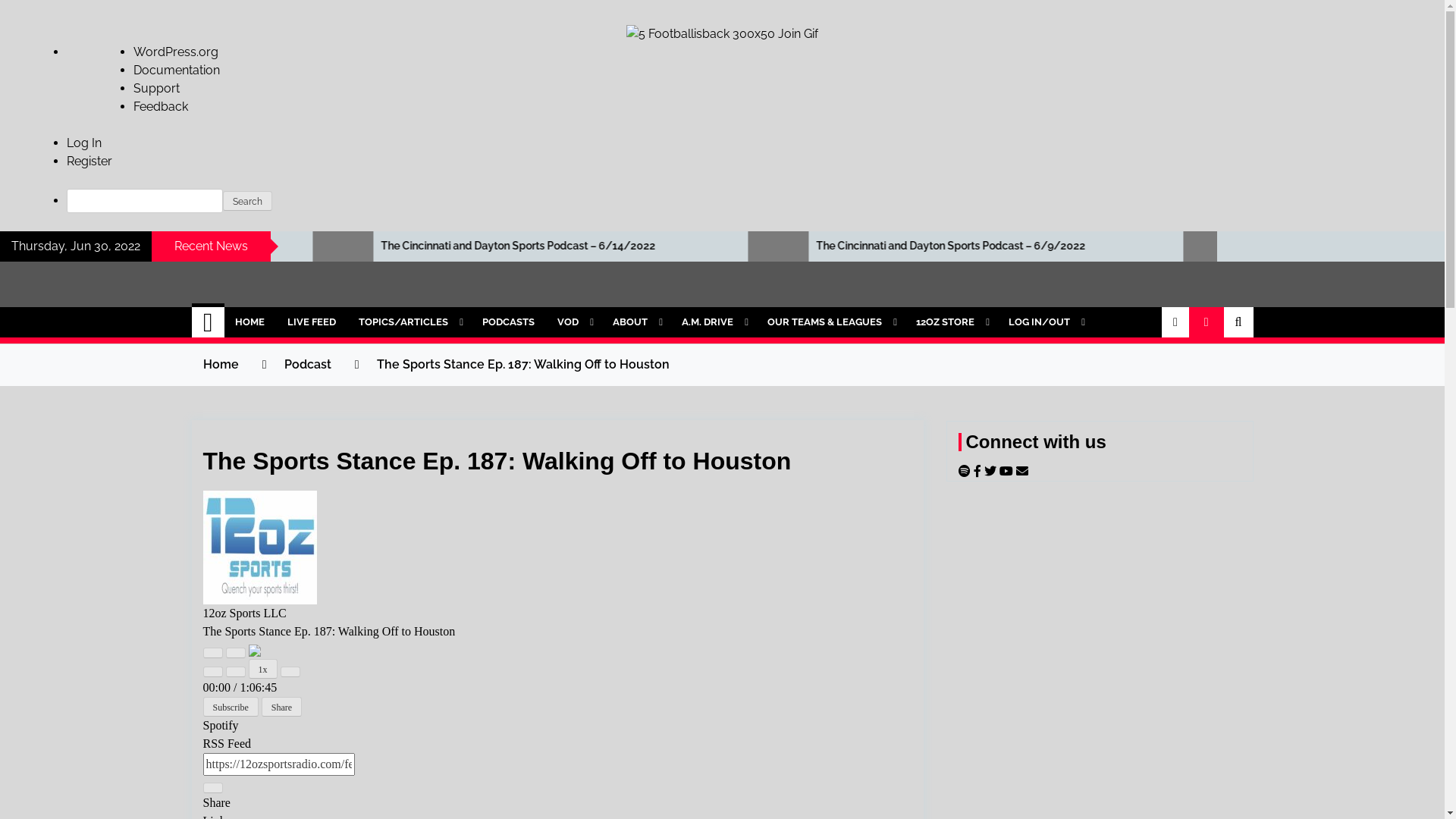 This screenshot has width=1456, height=819. What do you see at coordinates (508, 321) in the screenshot?
I see `'PODCASTS'` at bounding box center [508, 321].